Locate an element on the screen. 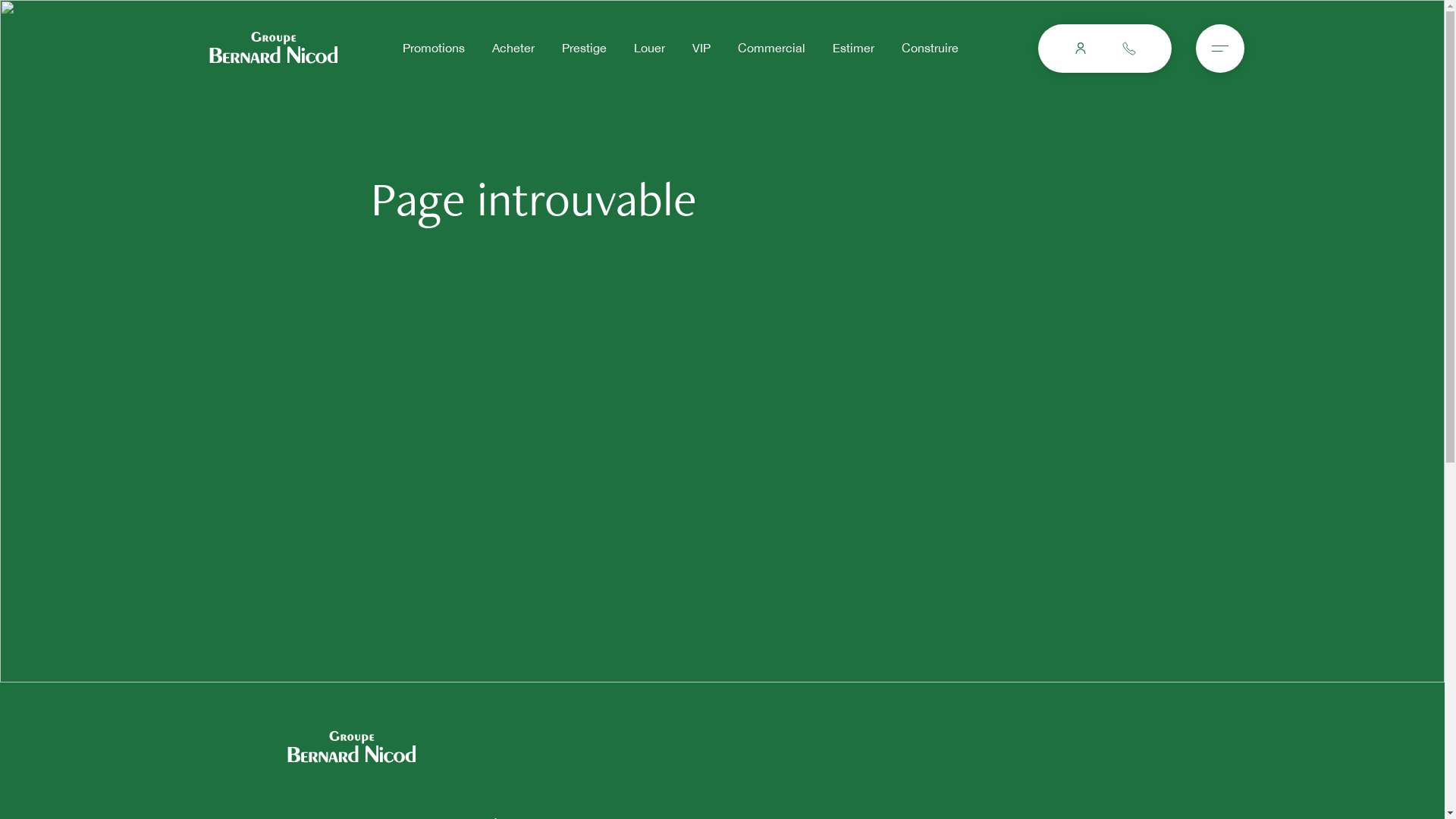  'VIP' is located at coordinates (699, 47).